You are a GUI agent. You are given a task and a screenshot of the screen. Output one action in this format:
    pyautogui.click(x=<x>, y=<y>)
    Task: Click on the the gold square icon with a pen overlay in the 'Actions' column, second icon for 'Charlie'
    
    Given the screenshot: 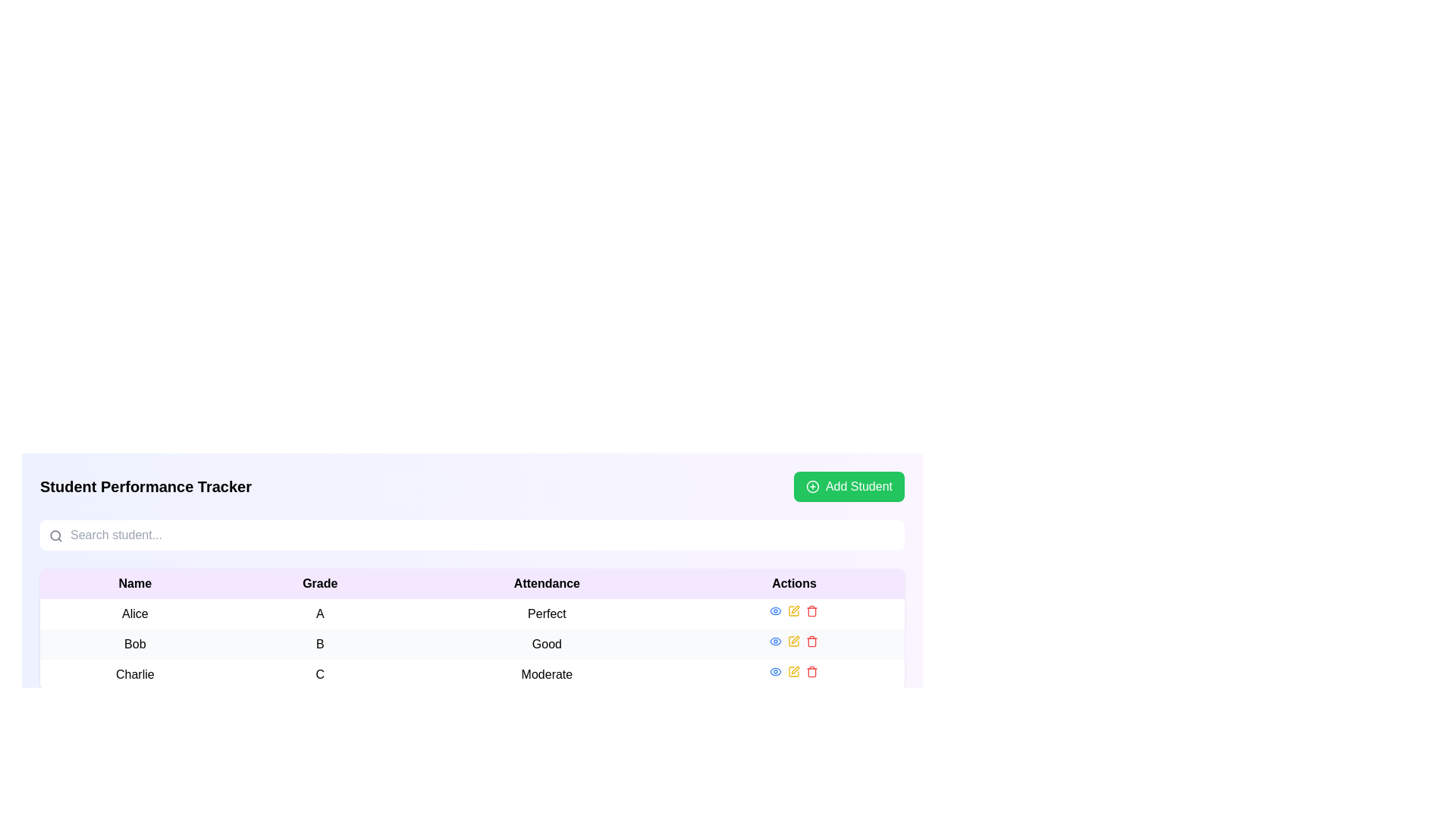 What is the action you would take?
    pyautogui.click(x=793, y=671)
    